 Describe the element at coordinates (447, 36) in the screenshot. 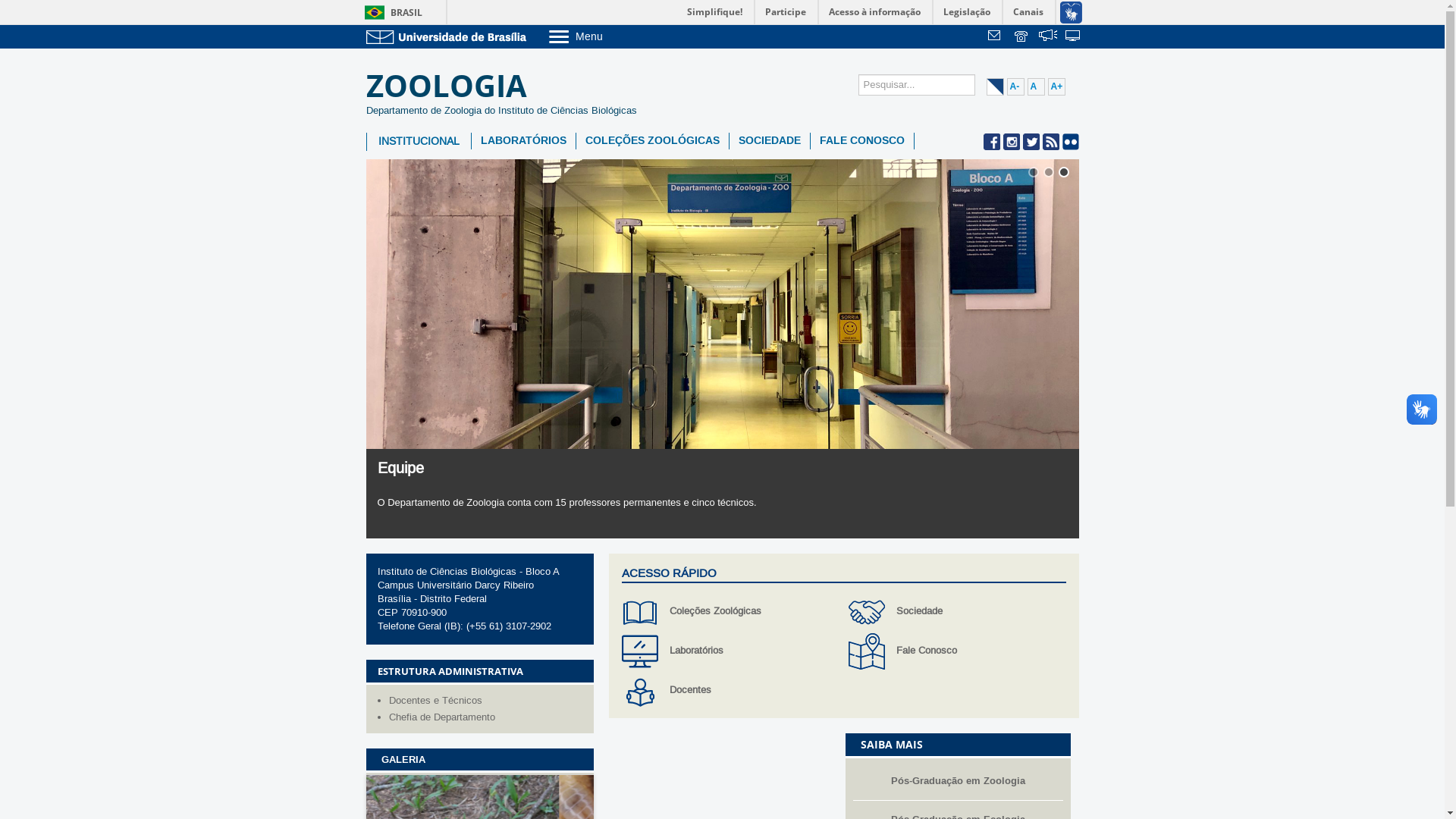

I see `'Ir para o Portal da UnB'` at that location.